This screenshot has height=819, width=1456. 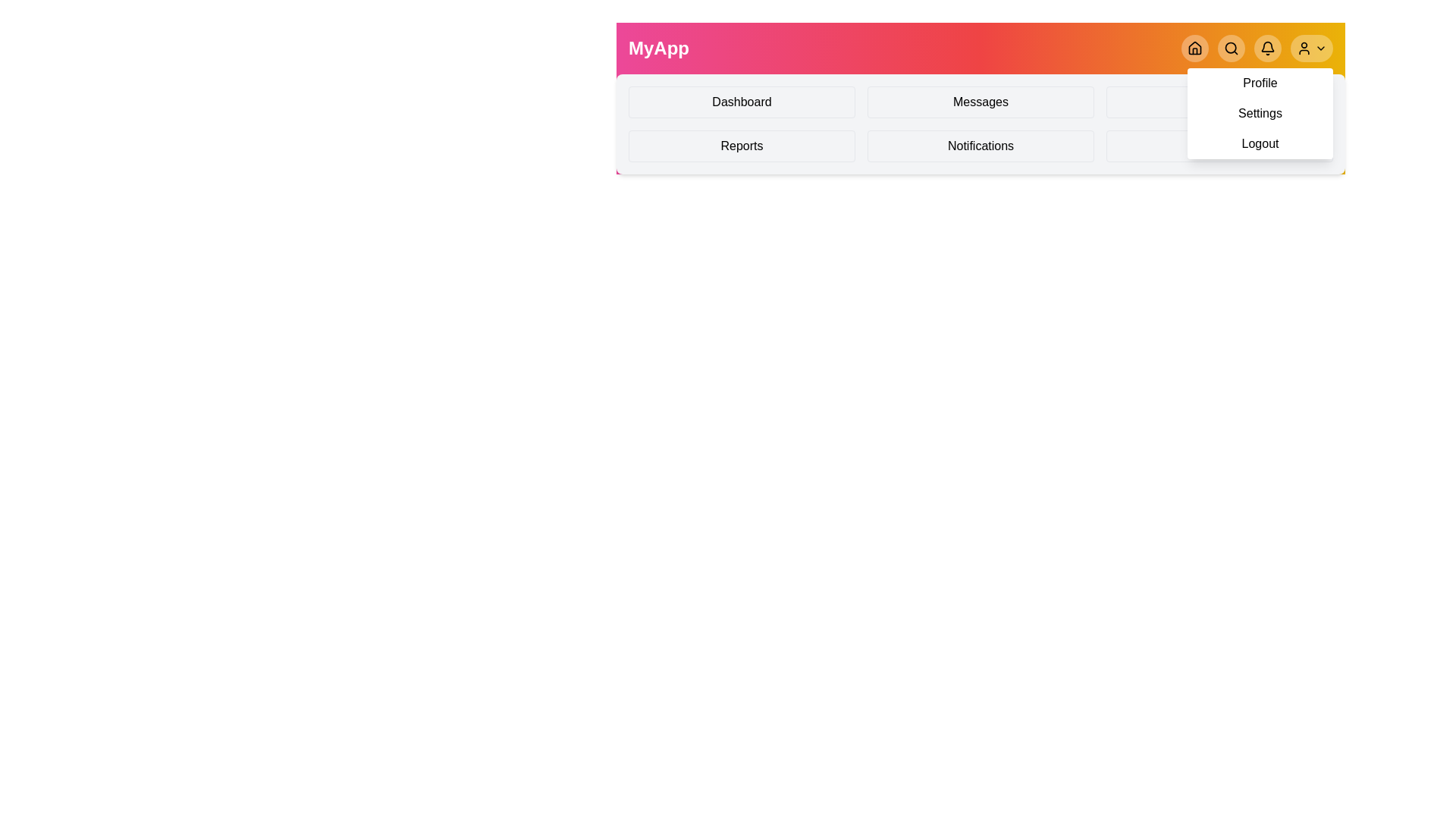 What do you see at coordinates (1219, 102) in the screenshot?
I see `the Settings menu item` at bounding box center [1219, 102].